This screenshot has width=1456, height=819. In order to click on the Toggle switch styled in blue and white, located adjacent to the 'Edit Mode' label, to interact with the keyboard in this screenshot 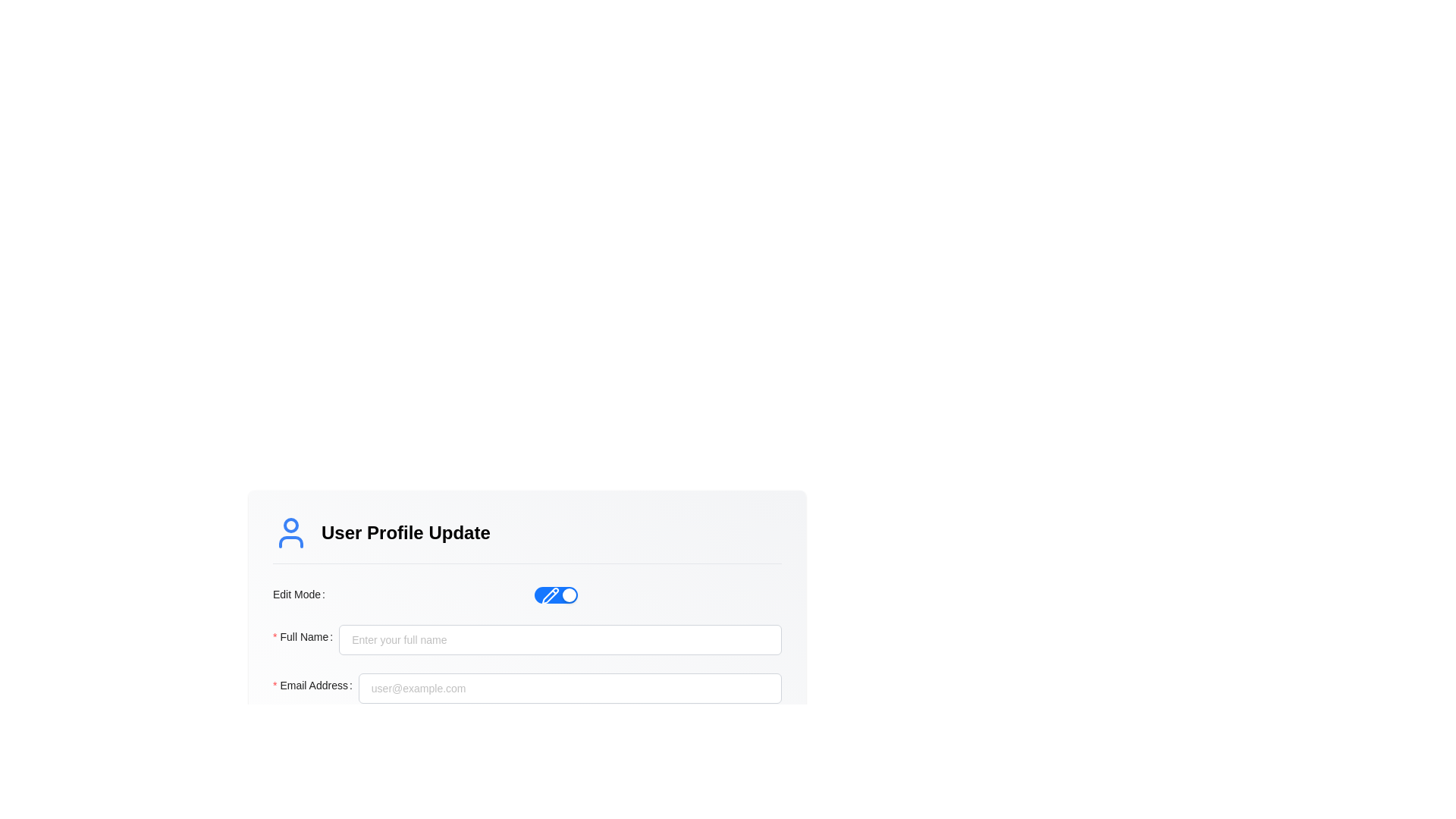, I will do `click(527, 587)`.